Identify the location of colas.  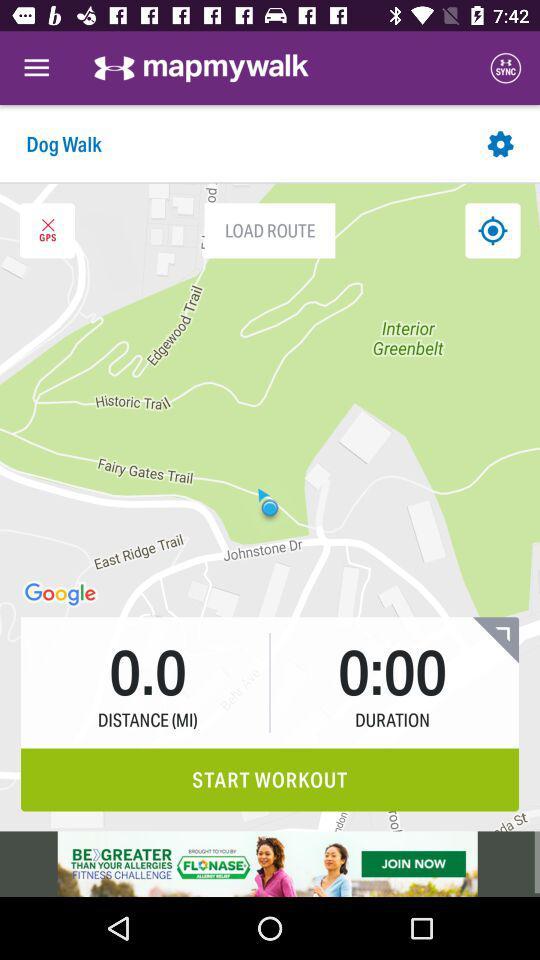
(47, 230).